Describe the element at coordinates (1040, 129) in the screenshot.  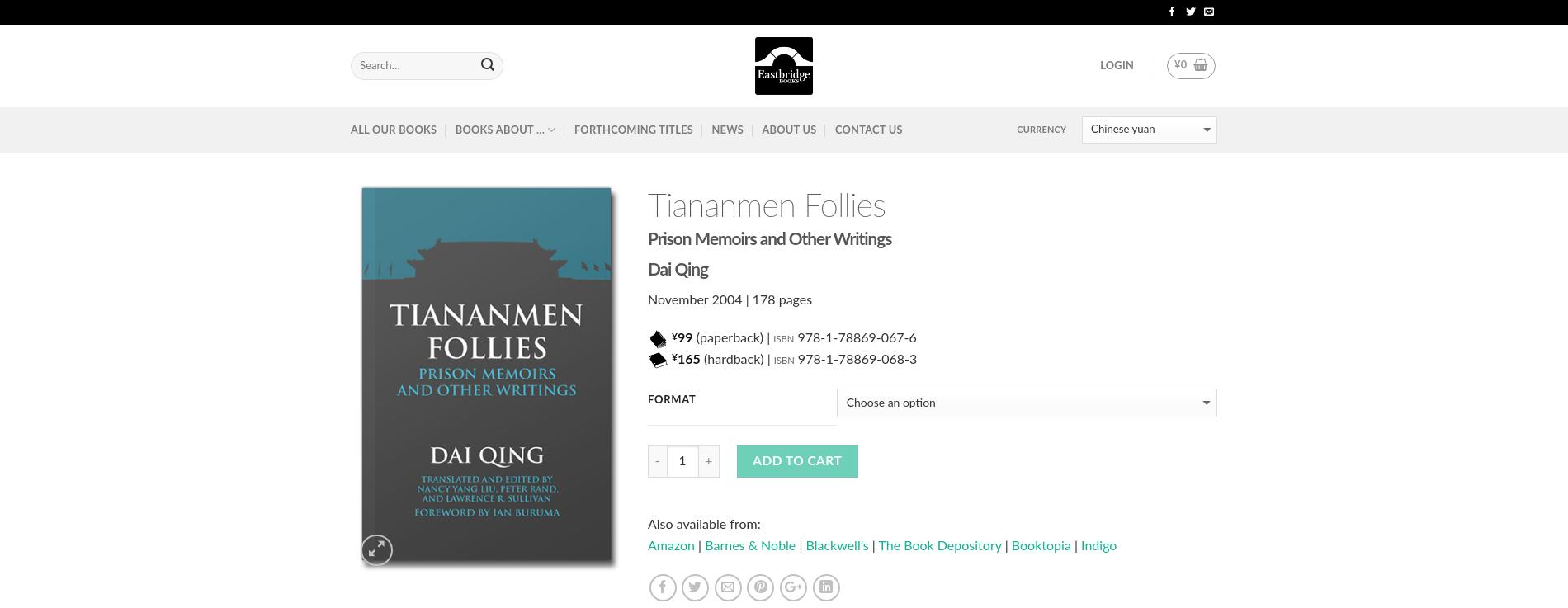
I see `'Currency'` at that location.